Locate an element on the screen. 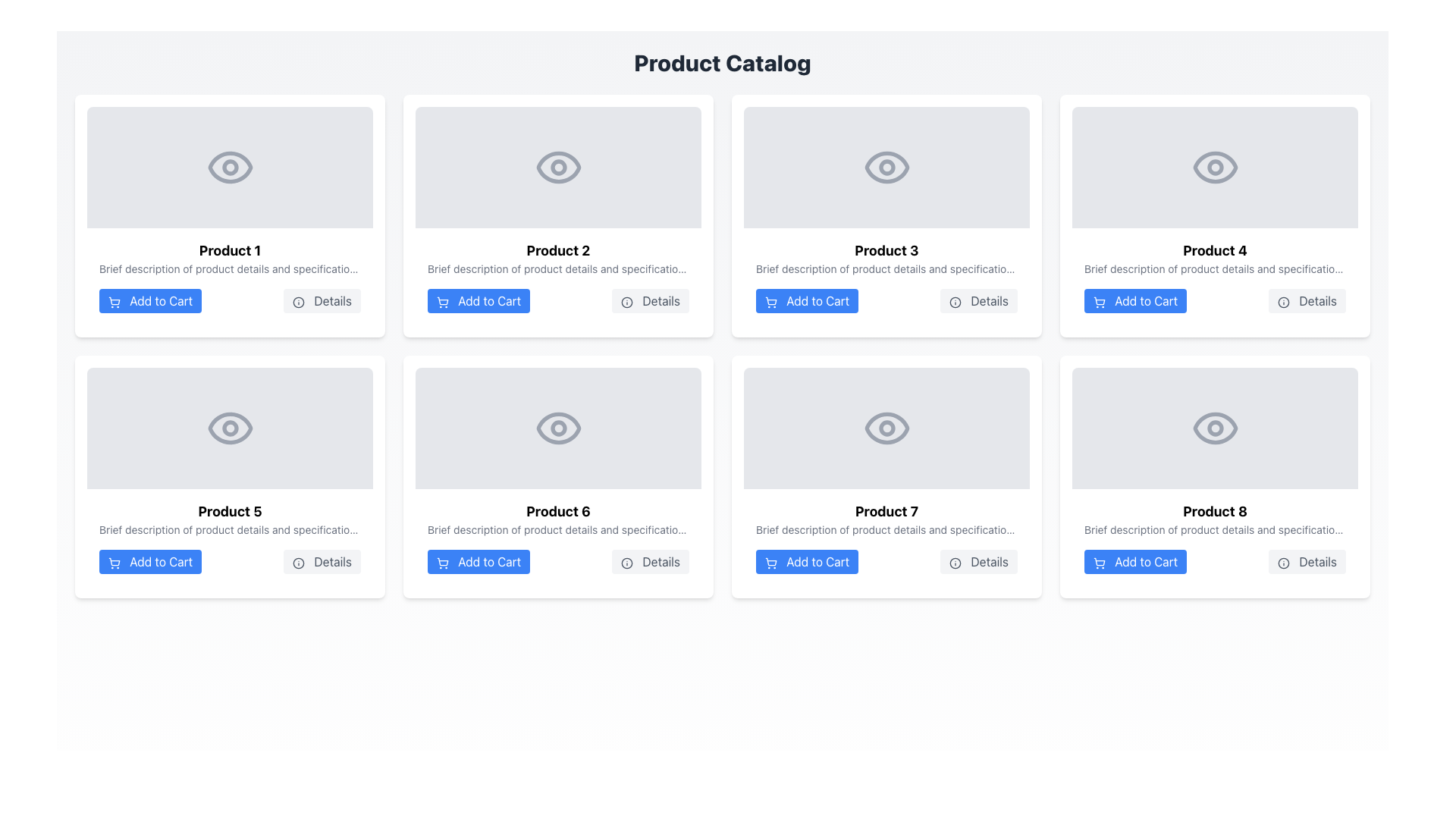  the 'Add to Cart' button located in the third product card of a 2x4 grid layout is located at coordinates (806, 301).